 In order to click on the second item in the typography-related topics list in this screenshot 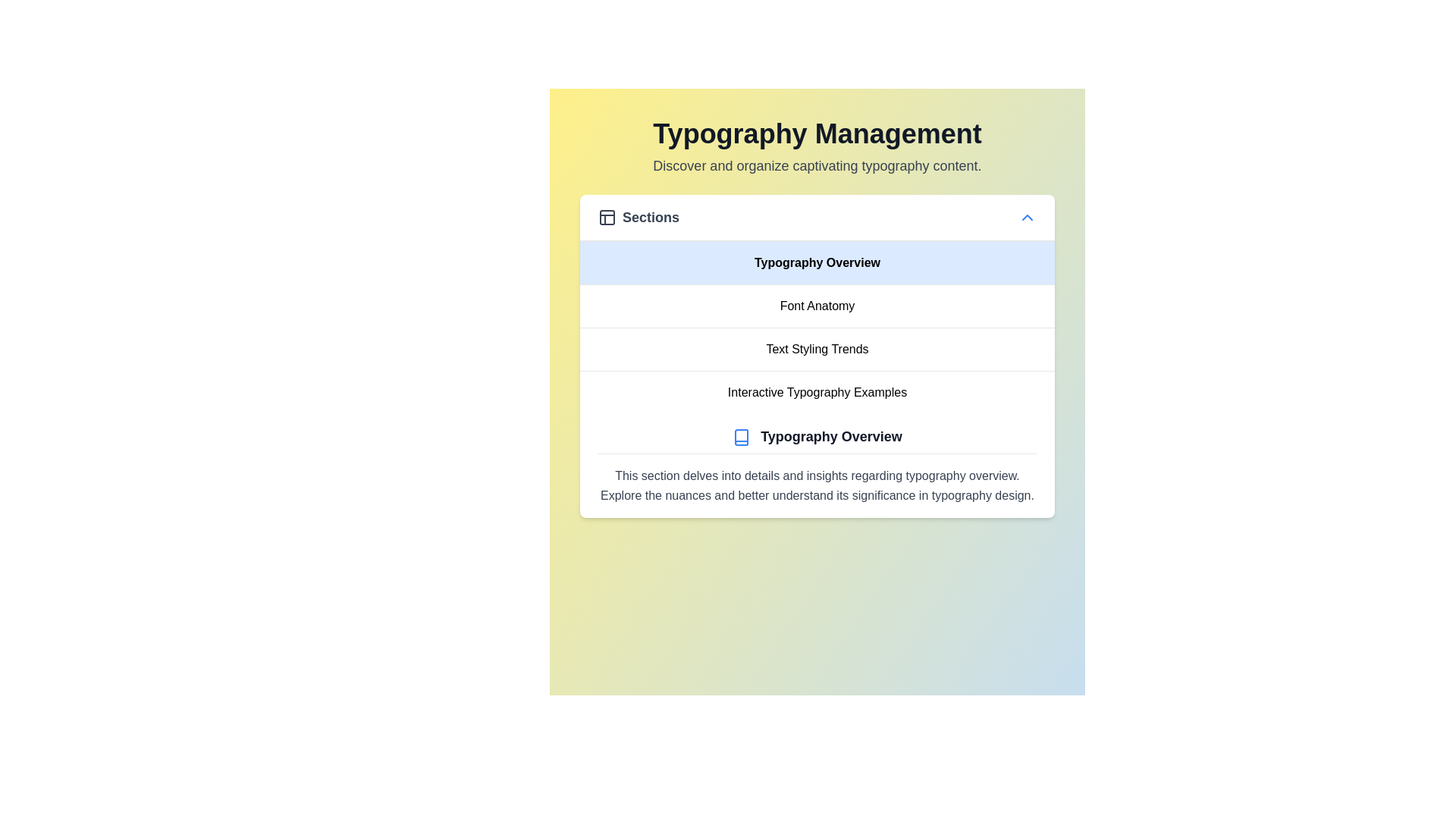, I will do `click(817, 305)`.